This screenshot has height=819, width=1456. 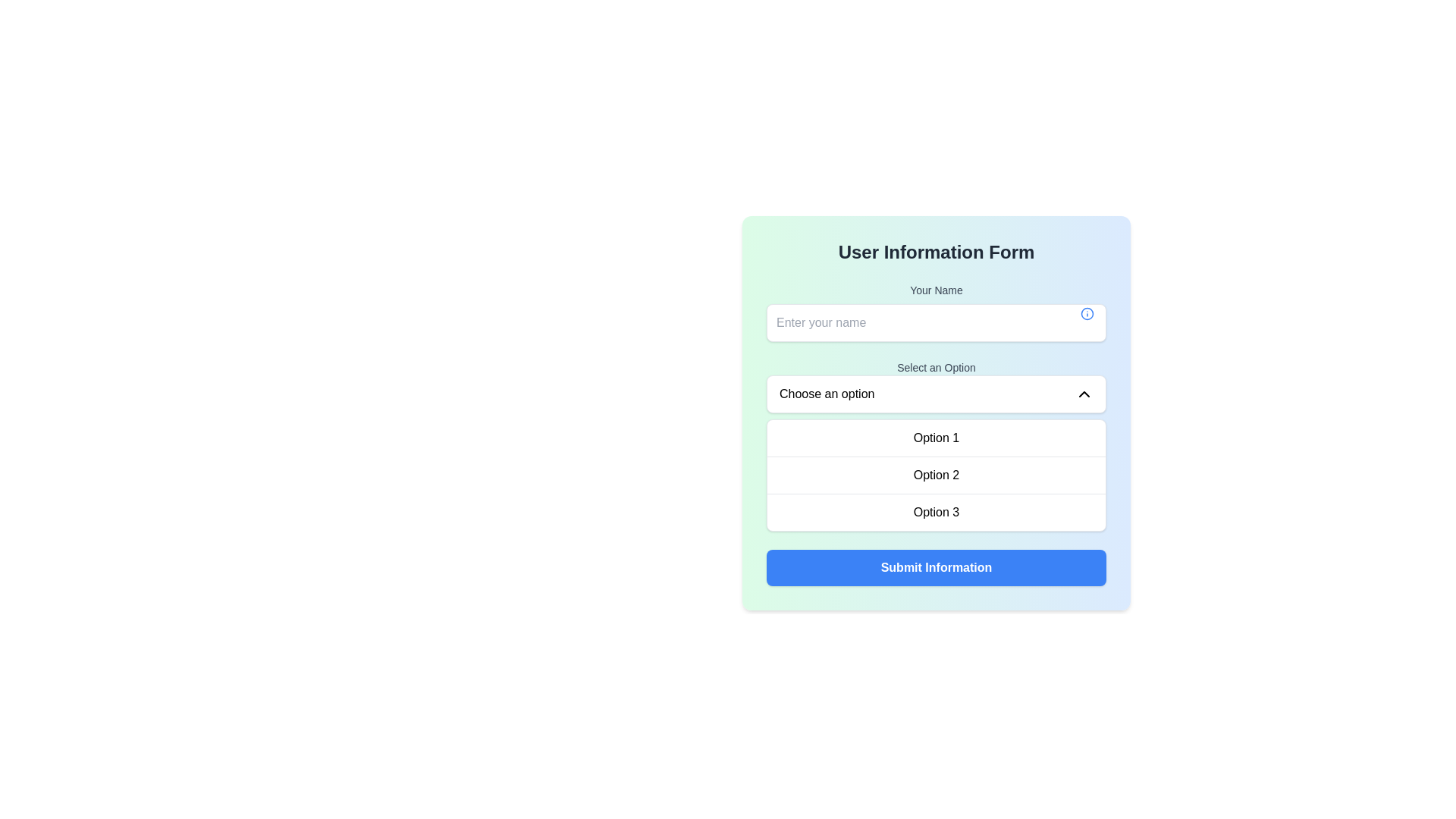 What do you see at coordinates (935, 512) in the screenshot?
I see `the text label 'Option 3' within the selectable list in the dropdown menu, which is the third item below 'Option 2'` at bounding box center [935, 512].